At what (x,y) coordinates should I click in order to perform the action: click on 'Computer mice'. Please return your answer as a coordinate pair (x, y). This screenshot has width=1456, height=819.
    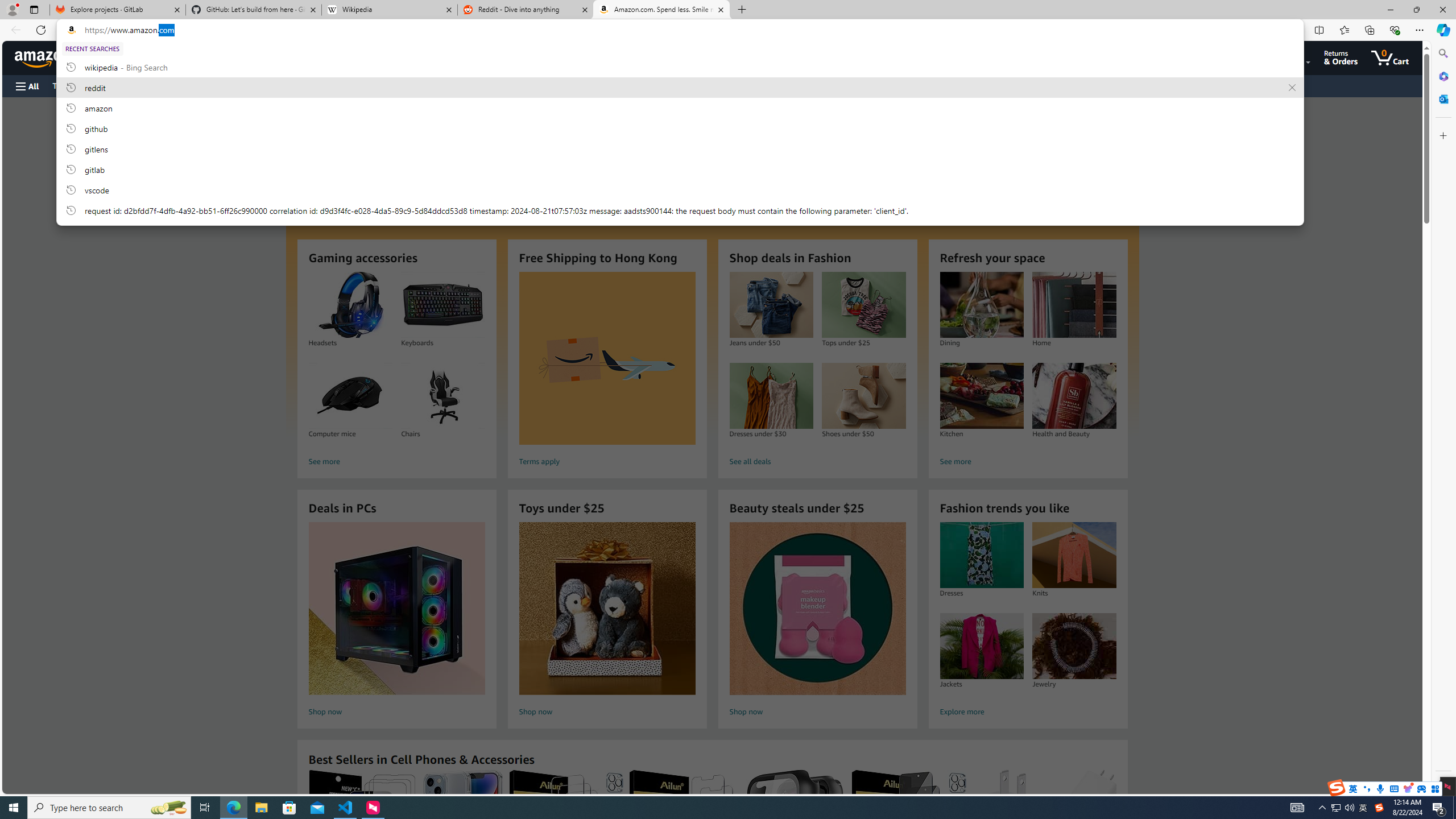
    Looking at the image, I should click on (350, 396).